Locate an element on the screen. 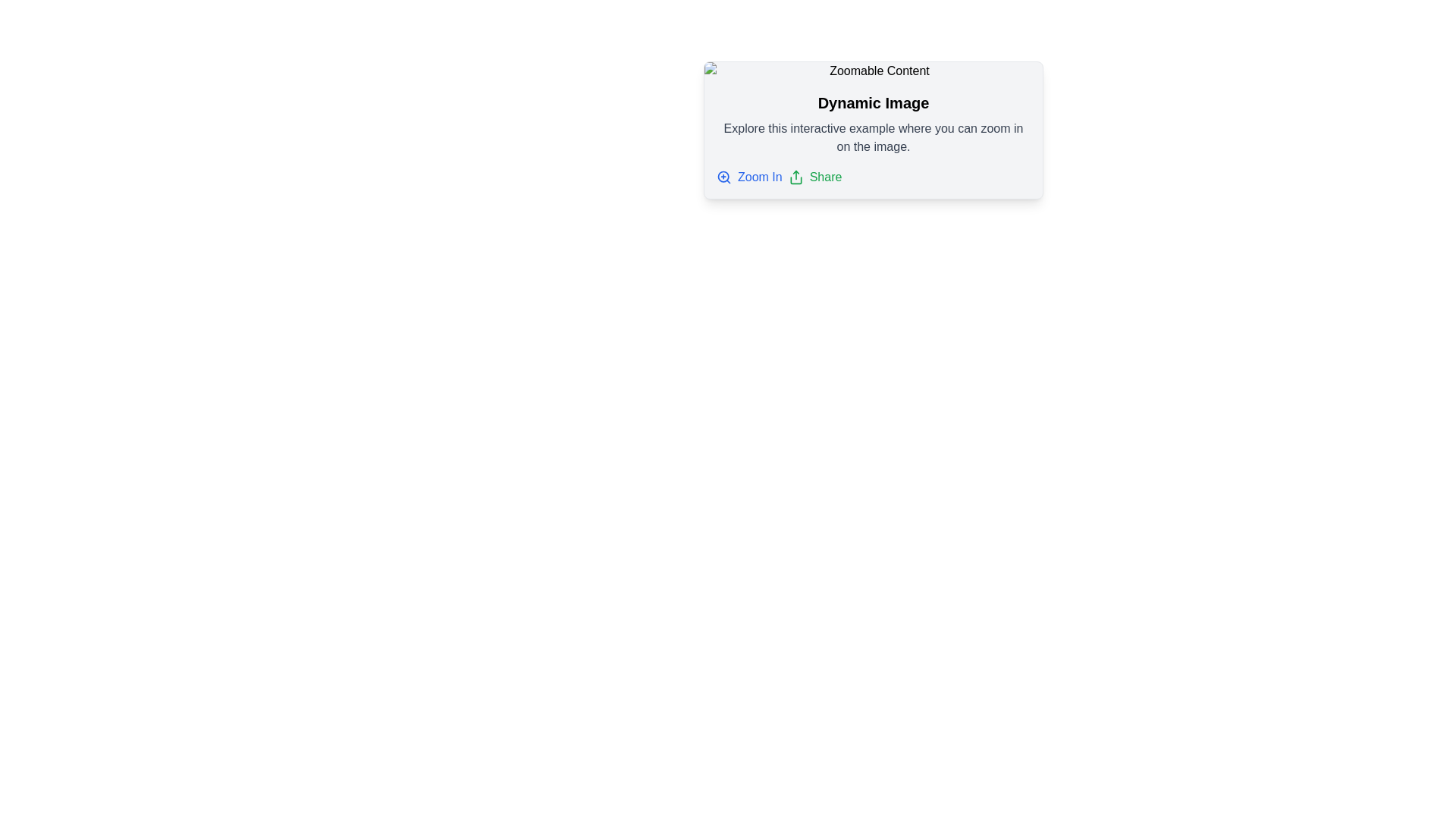  the zoom-in icon located near the left side of the 'Zoom In' label, positioned slightly below it is located at coordinates (723, 177).